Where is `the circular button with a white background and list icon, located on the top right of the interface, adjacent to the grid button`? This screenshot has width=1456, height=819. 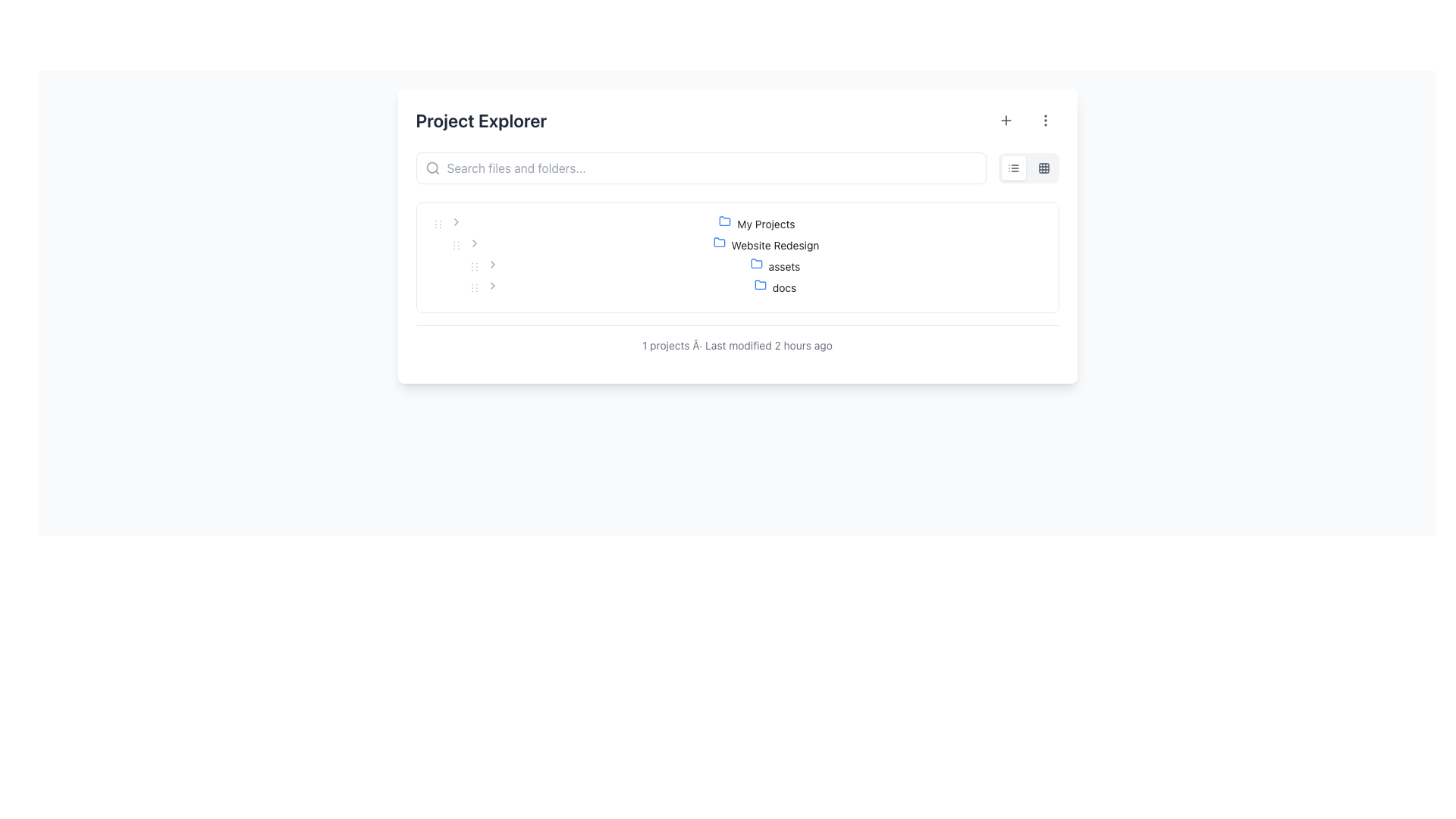 the circular button with a white background and list icon, located on the top right of the interface, adjacent to the grid button is located at coordinates (1013, 168).